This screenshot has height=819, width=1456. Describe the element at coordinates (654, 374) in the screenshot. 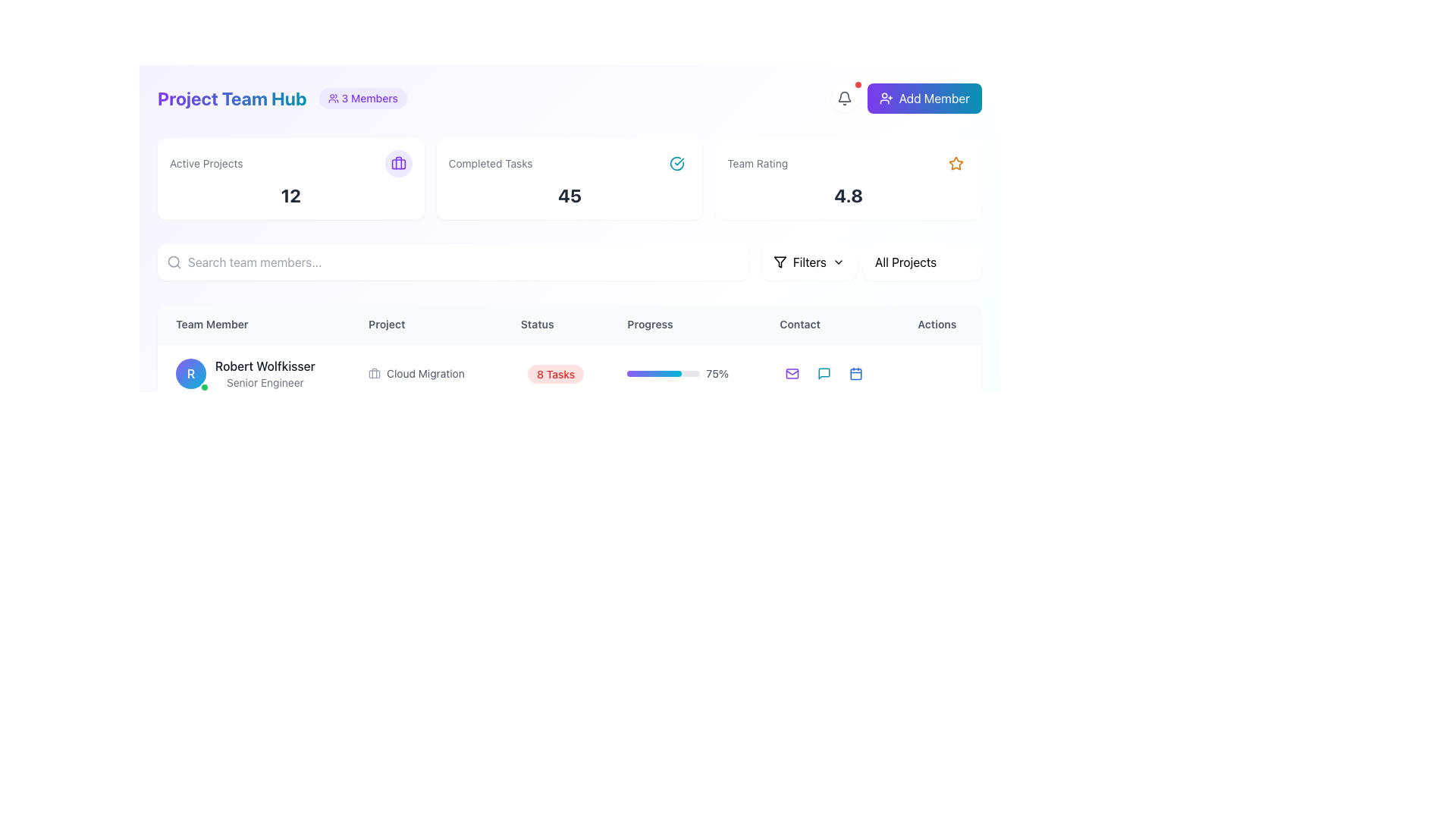

I see `the colored progress bar with a gradient background transitioning from violet to cyan, located in the 'Progress' column of the row for 'Robert Wolfkisser'` at that location.